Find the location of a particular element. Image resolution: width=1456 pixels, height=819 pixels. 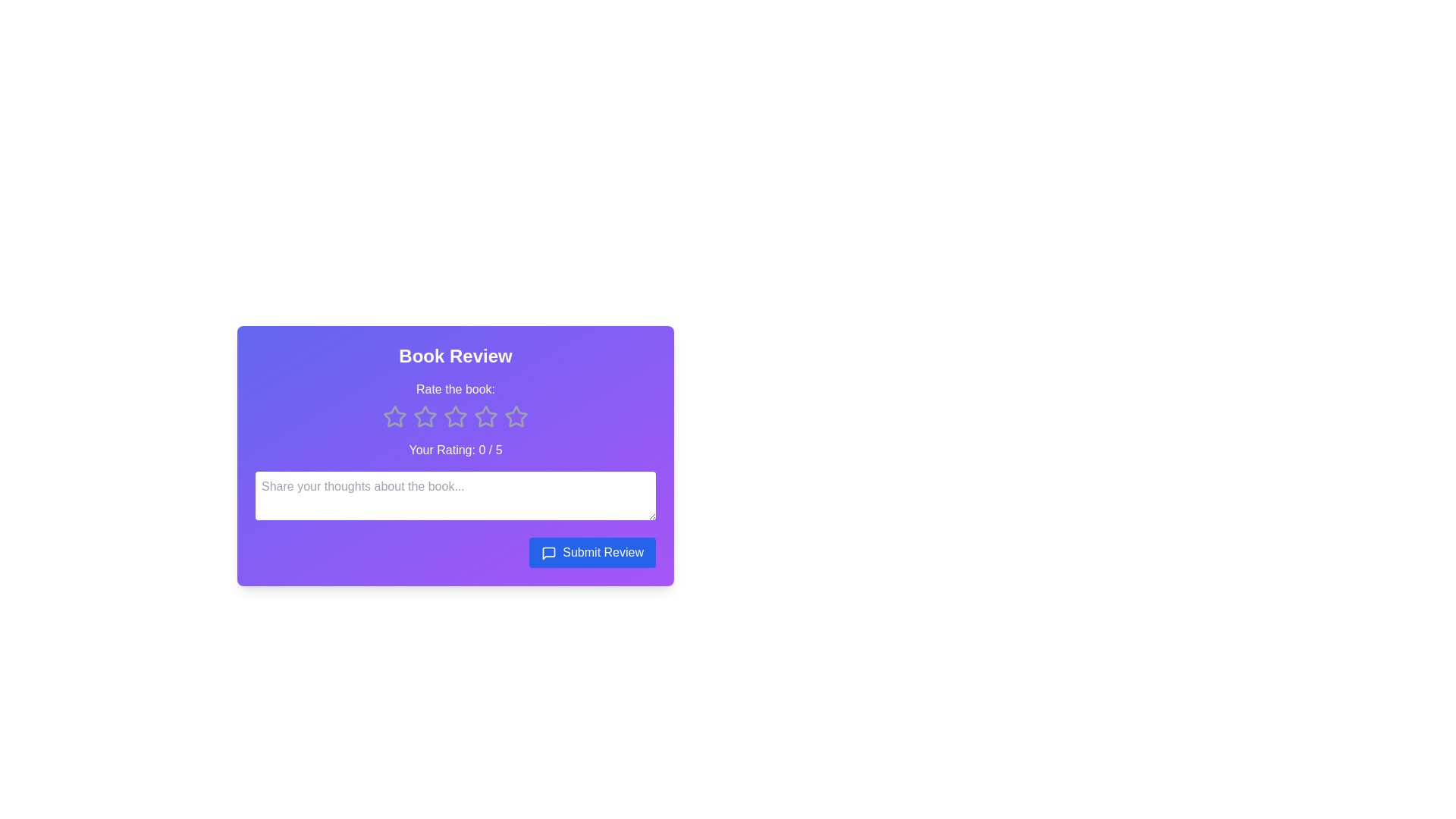

the book rating to 4 stars by clicking the corresponding star is located at coordinates (486, 417).